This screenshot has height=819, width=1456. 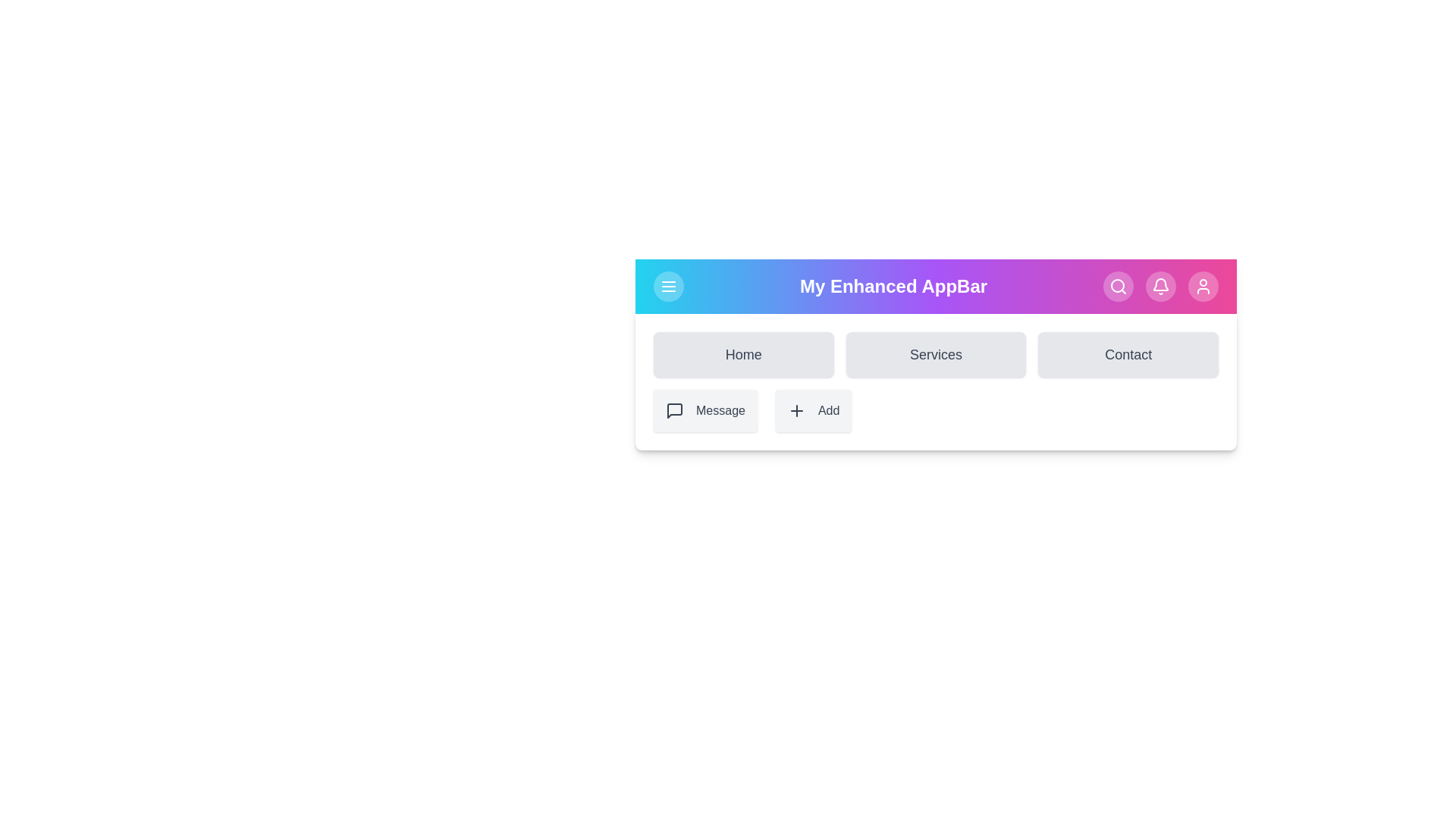 I want to click on the action button labeled Message, so click(x=704, y=411).